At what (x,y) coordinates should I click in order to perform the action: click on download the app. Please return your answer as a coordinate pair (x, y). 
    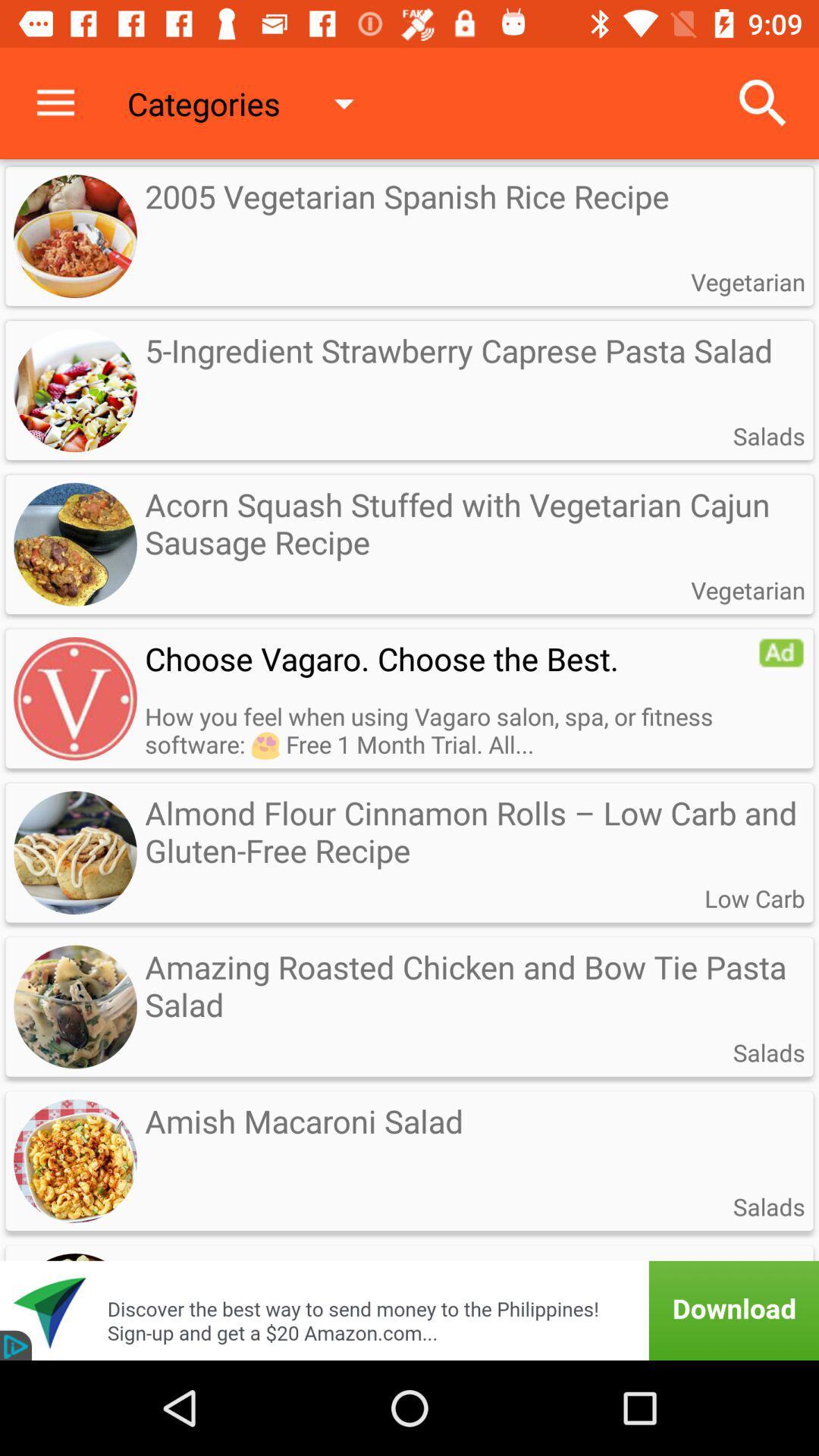
    Looking at the image, I should click on (409, 1290).